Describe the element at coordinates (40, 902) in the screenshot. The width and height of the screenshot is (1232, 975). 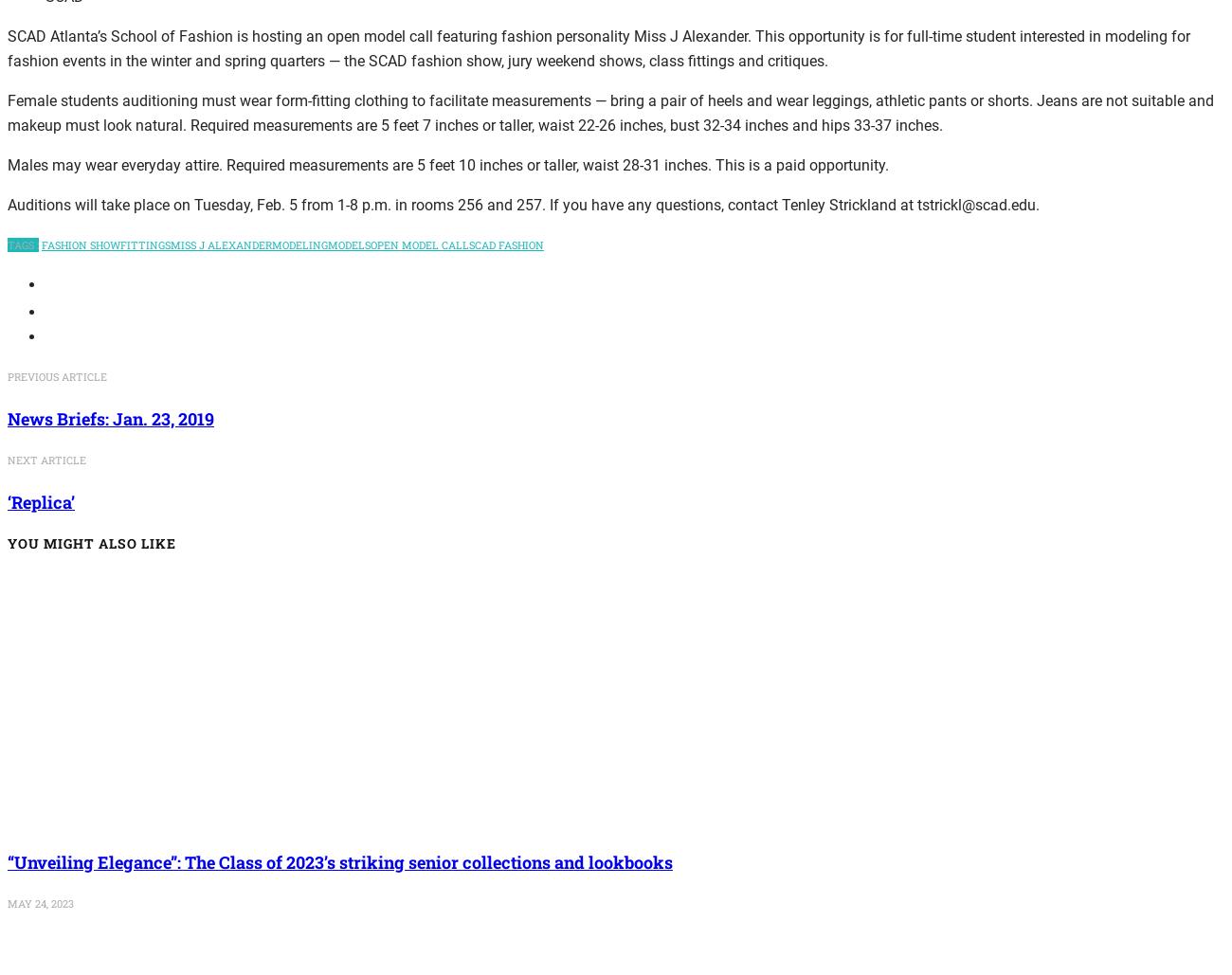
I see `'May 24, 2023'` at that location.